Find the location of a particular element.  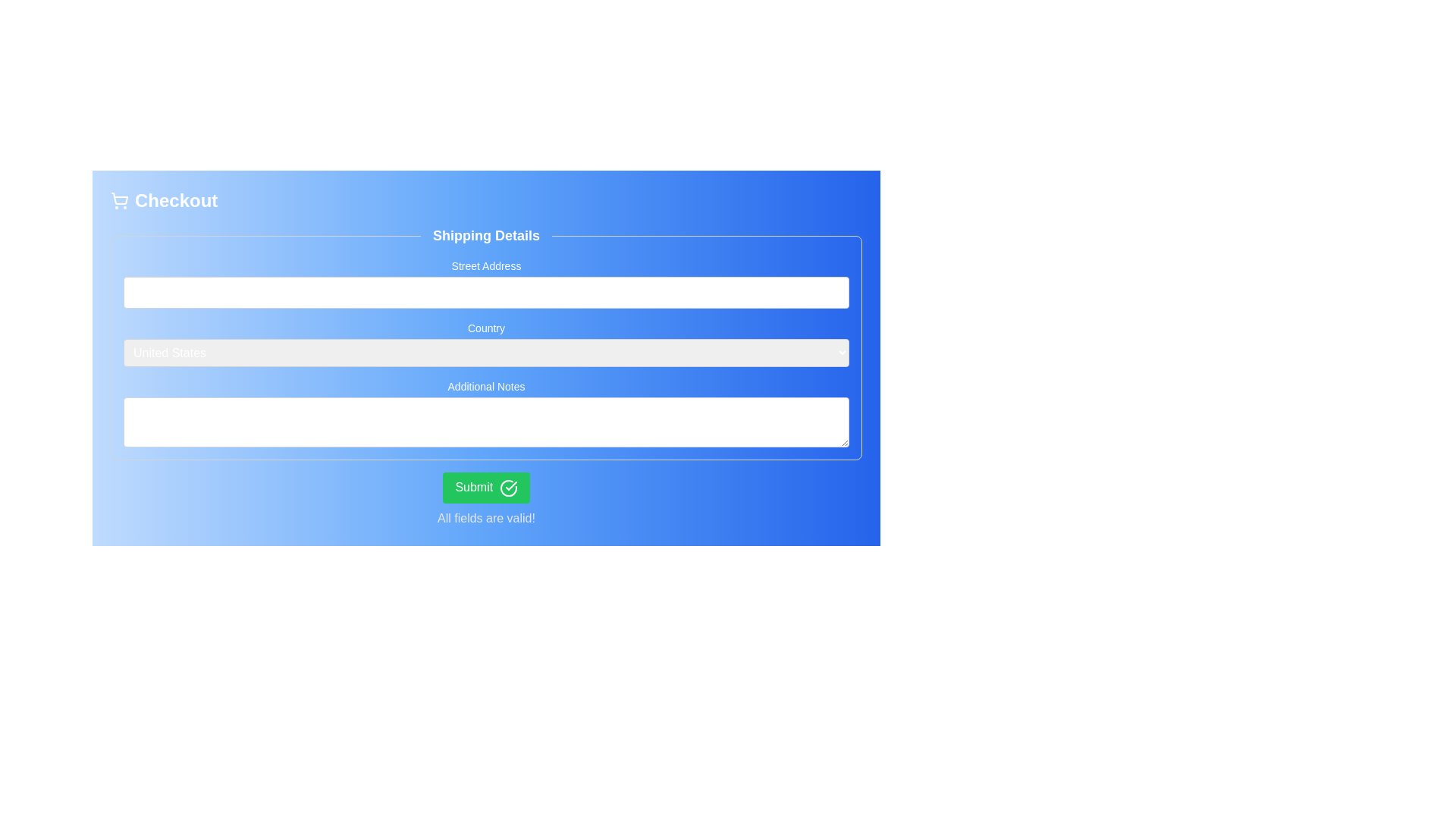

an item from the dropdown menu located beneath the 'Country' label in the 'Shipping Details' section is located at coordinates (486, 353).